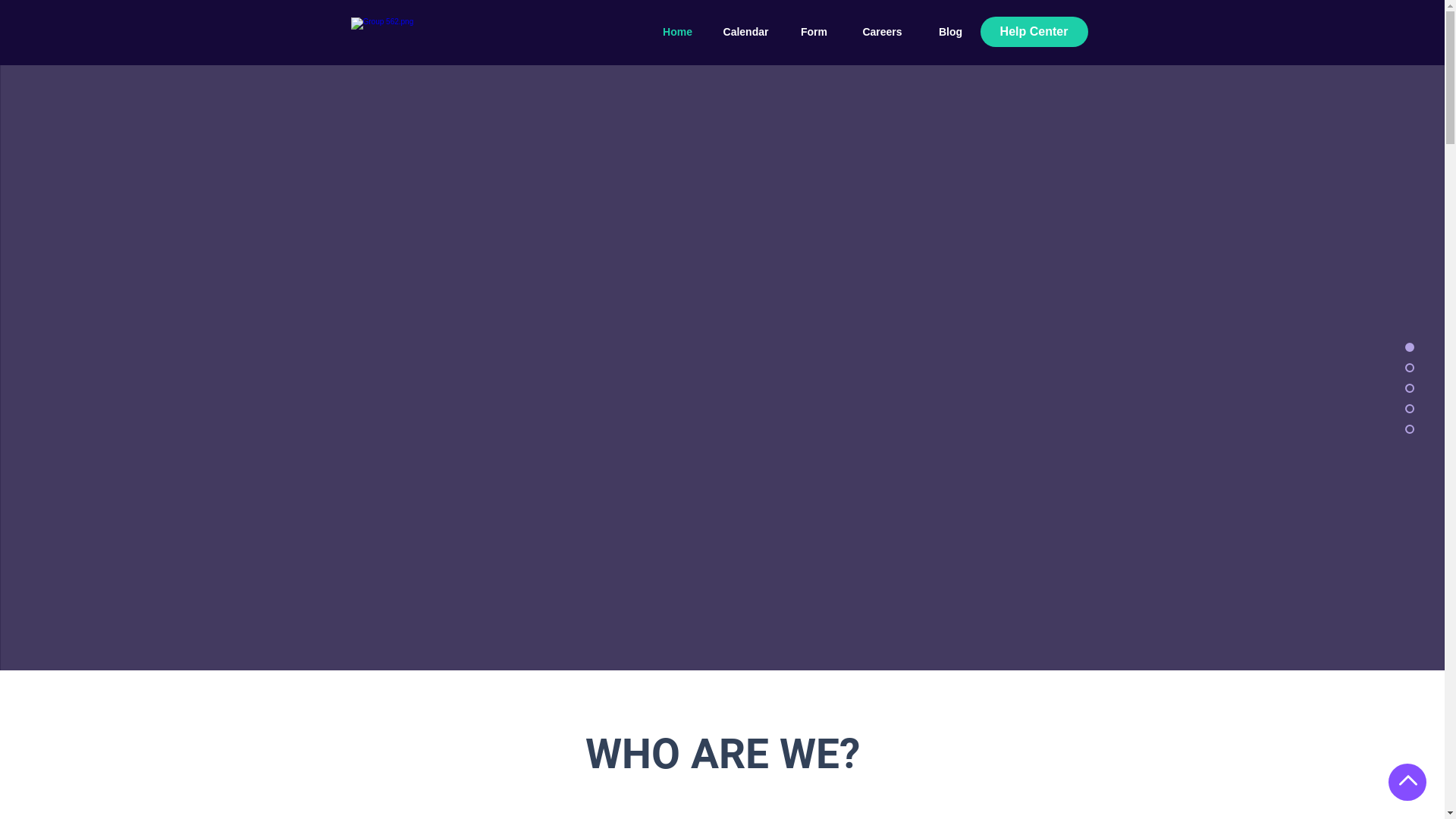 This screenshot has width=1456, height=819. What do you see at coordinates (745, 32) in the screenshot?
I see `'Calendar'` at bounding box center [745, 32].